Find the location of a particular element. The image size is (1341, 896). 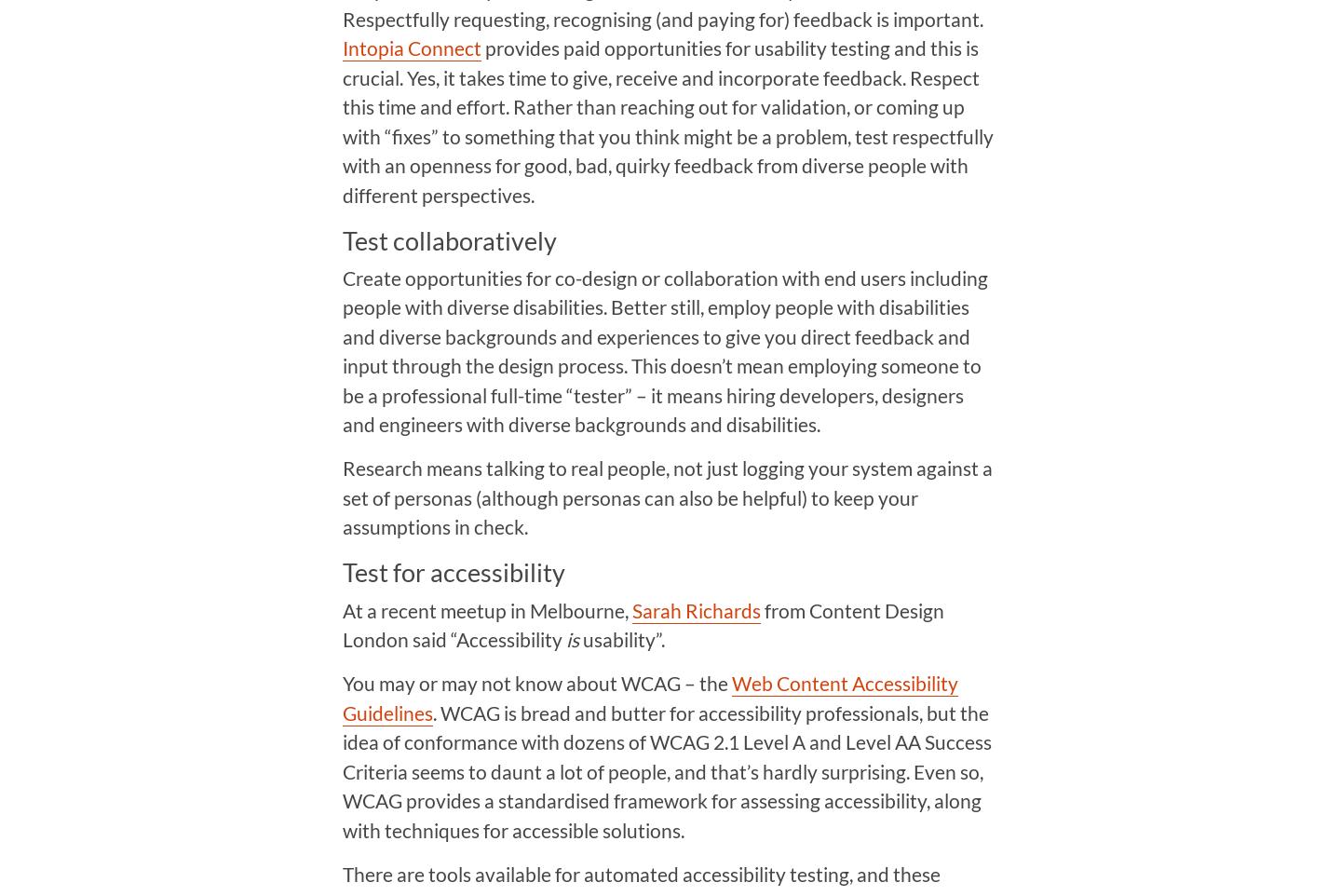

'At a recent meetup in Melbourne,' is located at coordinates (341, 609).